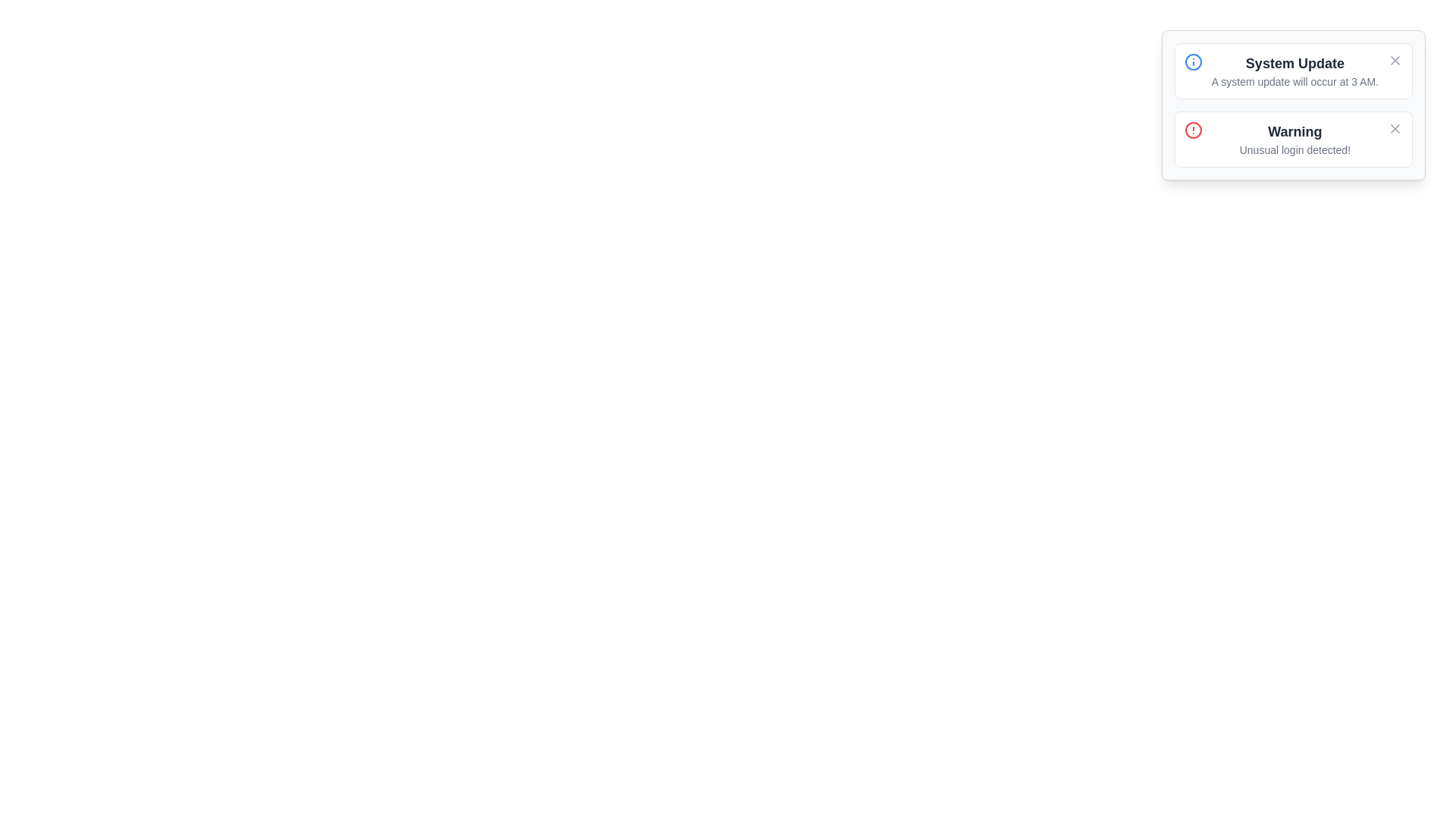 The image size is (1456, 819). What do you see at coordinates (1294, 63) in the screenshot?
I see `the Text label at the top of the notification card, which summarizes the content of the notification` at bounding box center [1294, 63].